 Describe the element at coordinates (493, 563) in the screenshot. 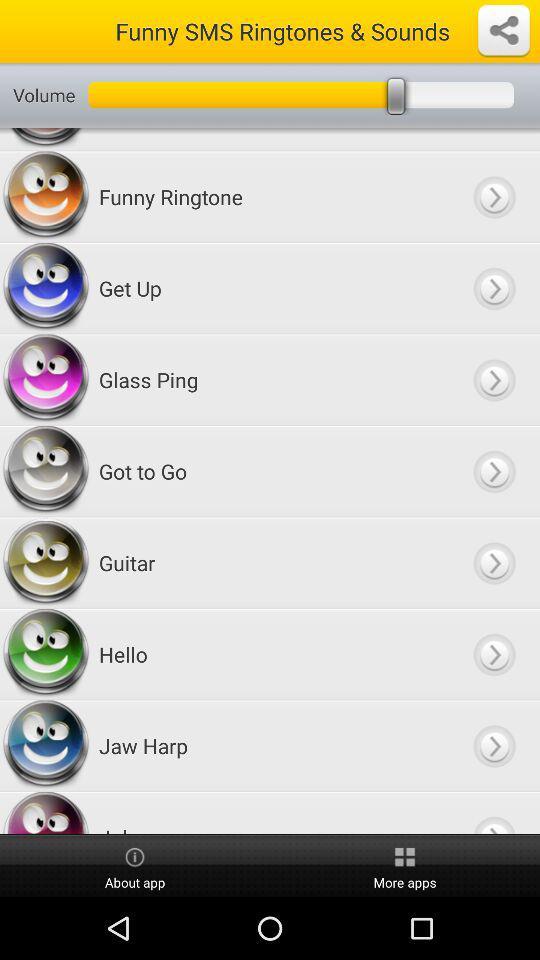

I see `option` at that location.